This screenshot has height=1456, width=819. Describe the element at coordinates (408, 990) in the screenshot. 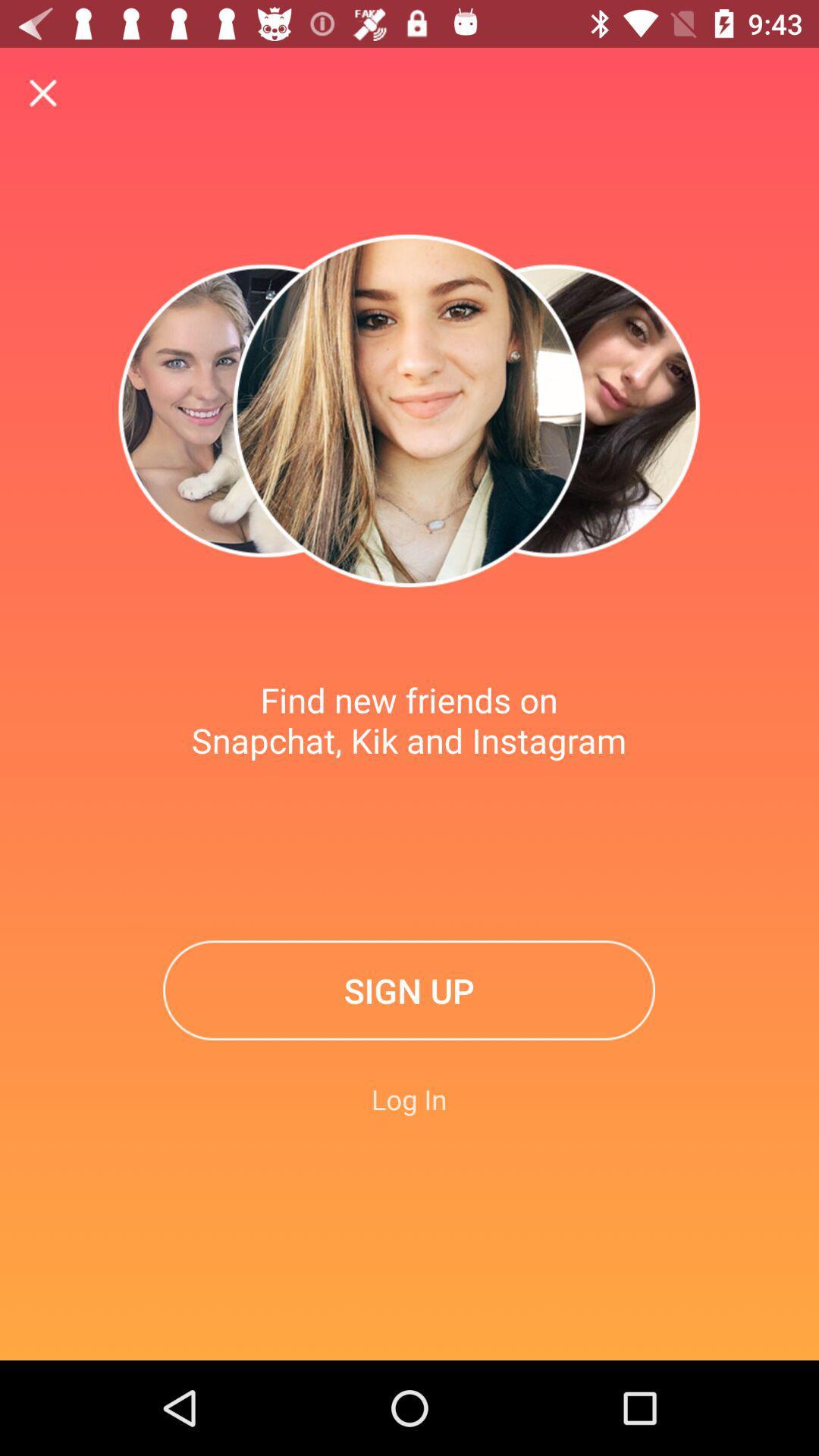

I see `sign up item` at that location.